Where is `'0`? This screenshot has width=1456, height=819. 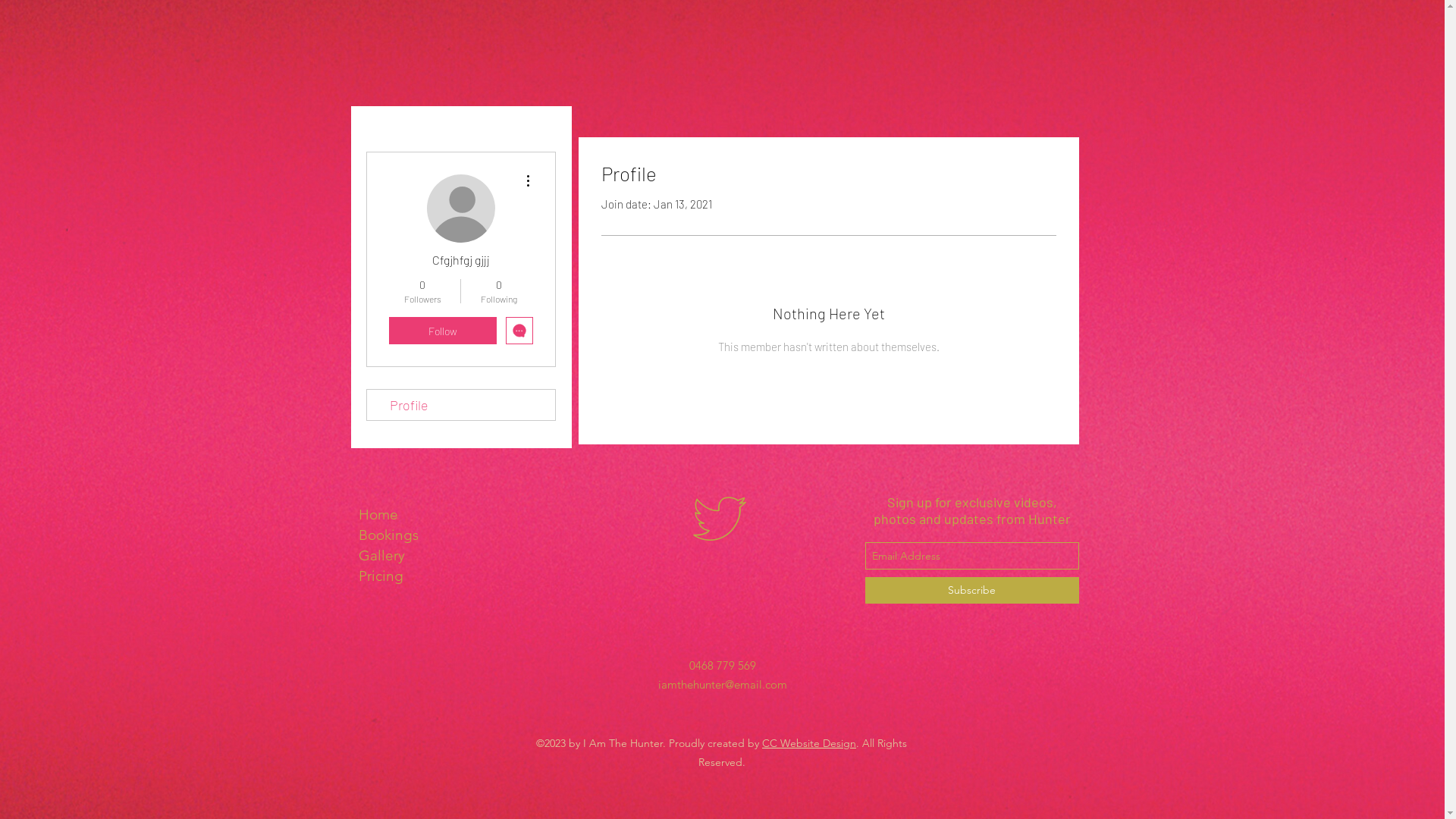 '0 is located at coordinates (499, 291).